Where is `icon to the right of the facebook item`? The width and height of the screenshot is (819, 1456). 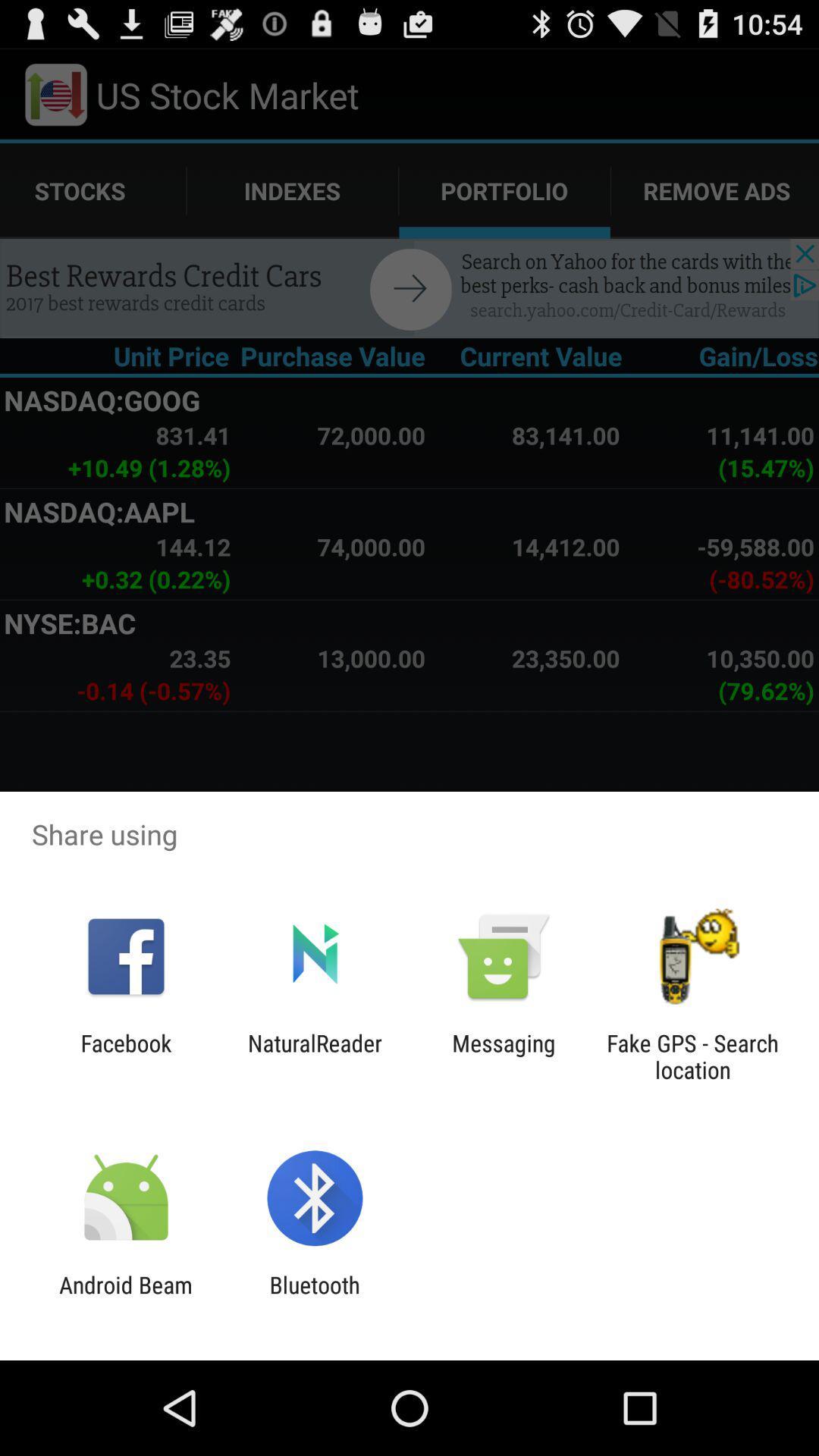 icon to the right of the facebook item is located at coordinates (314, 1056).